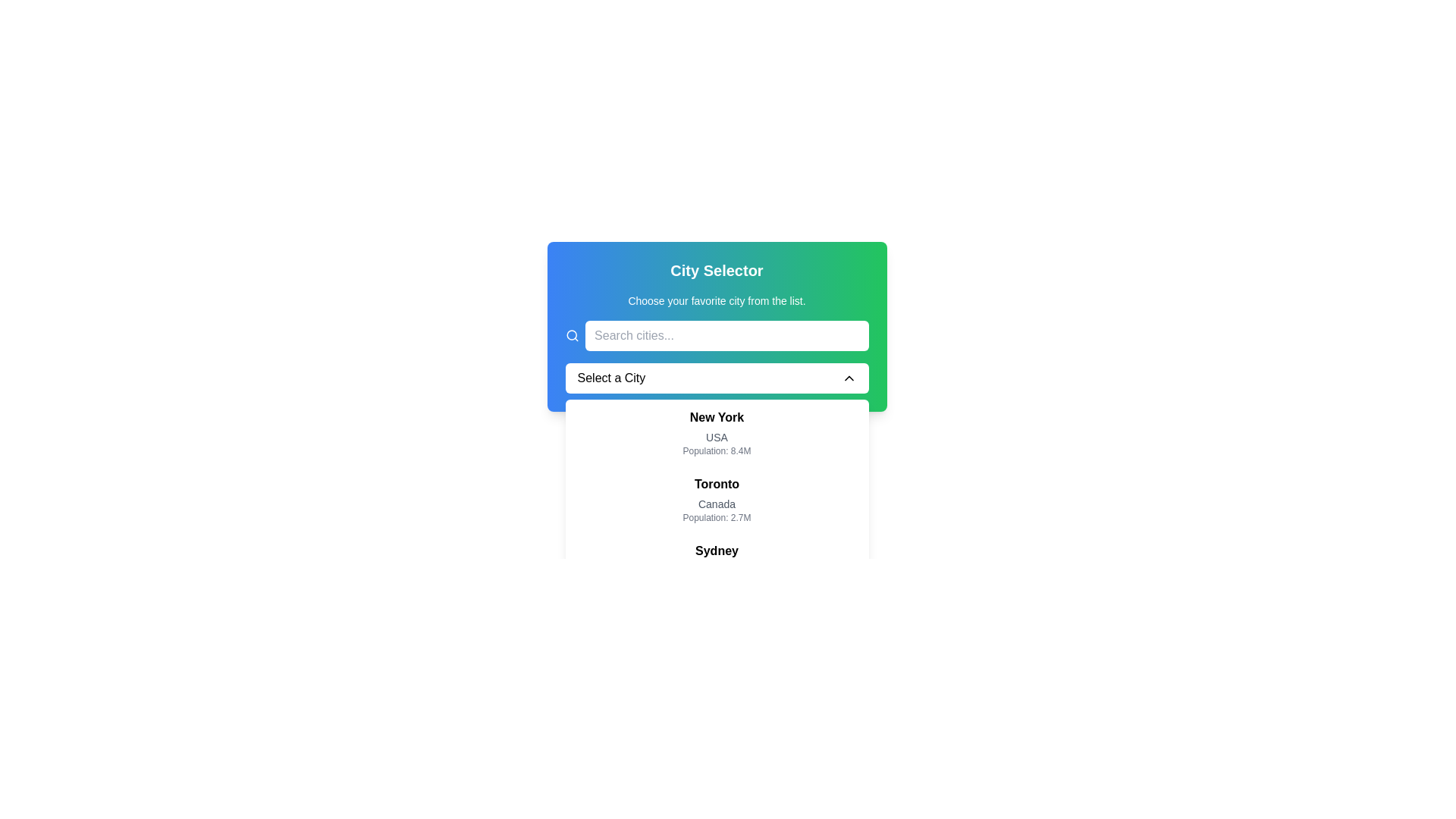  I want to click on the Text label indicating the country associated with the city 'New York' in the dropdown menu for city selection, so click(716, 438).